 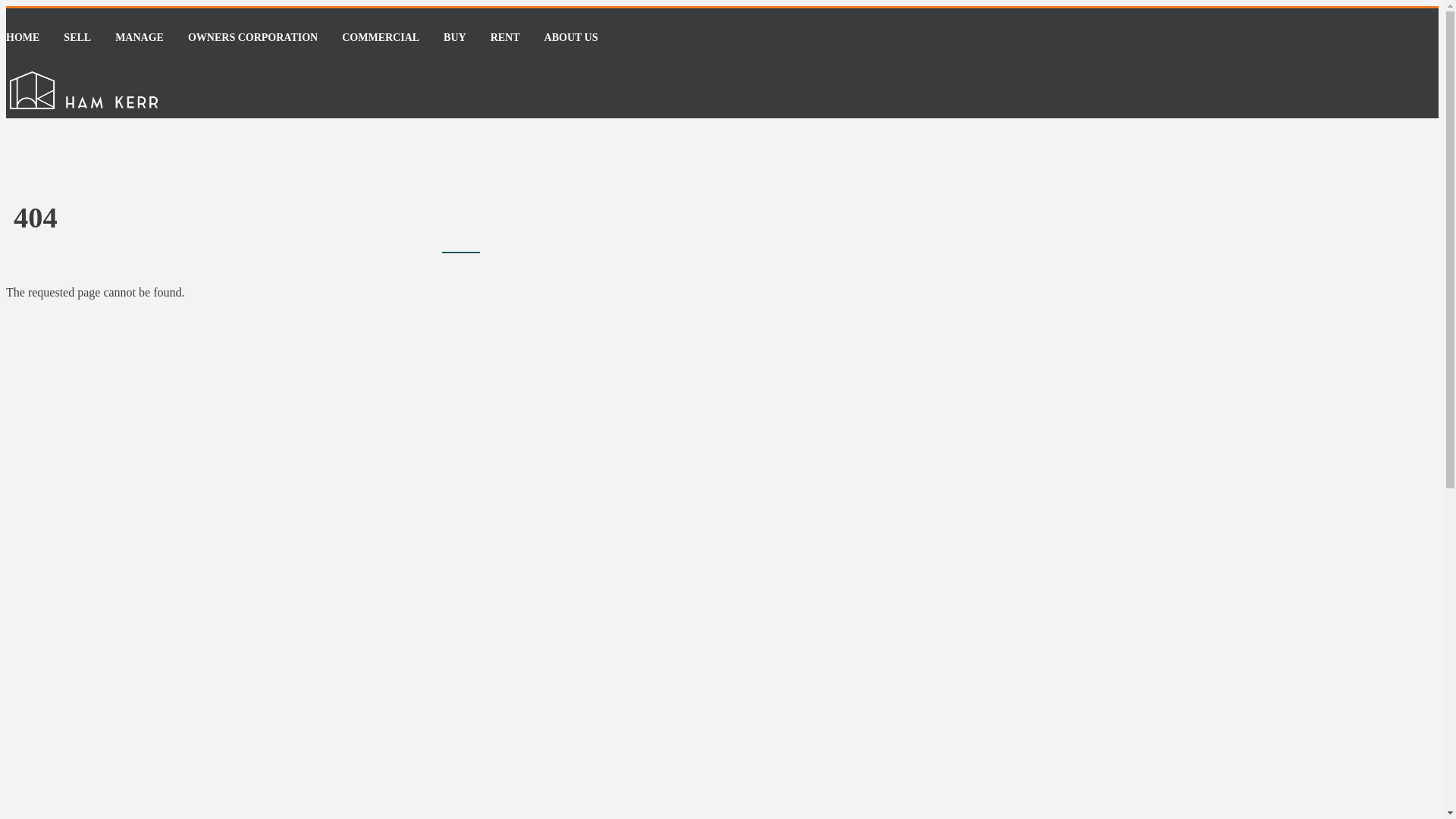 I want to click on 'HOME', so click(x=22, y=37).